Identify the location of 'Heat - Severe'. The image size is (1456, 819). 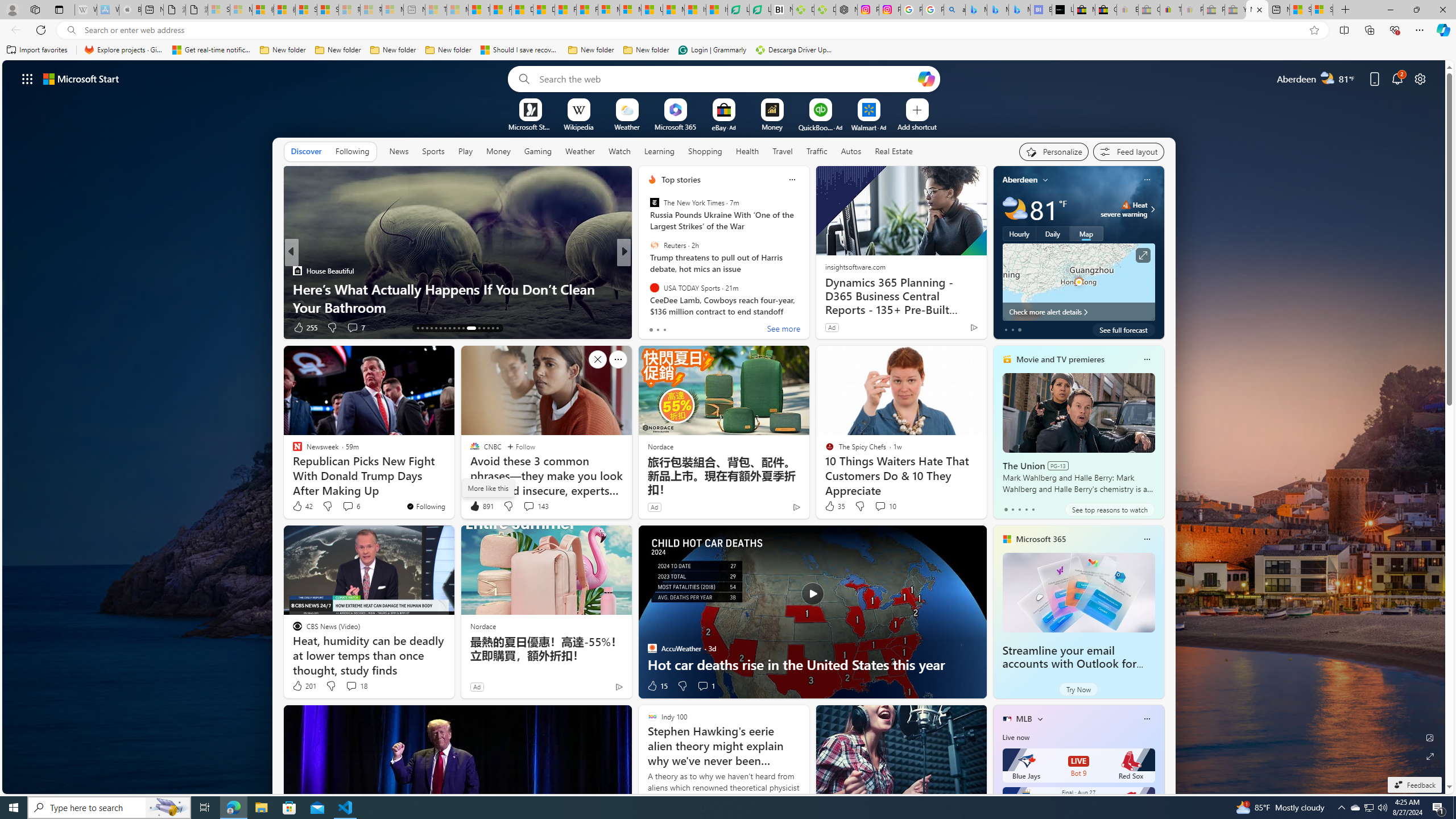
(1126, 205).